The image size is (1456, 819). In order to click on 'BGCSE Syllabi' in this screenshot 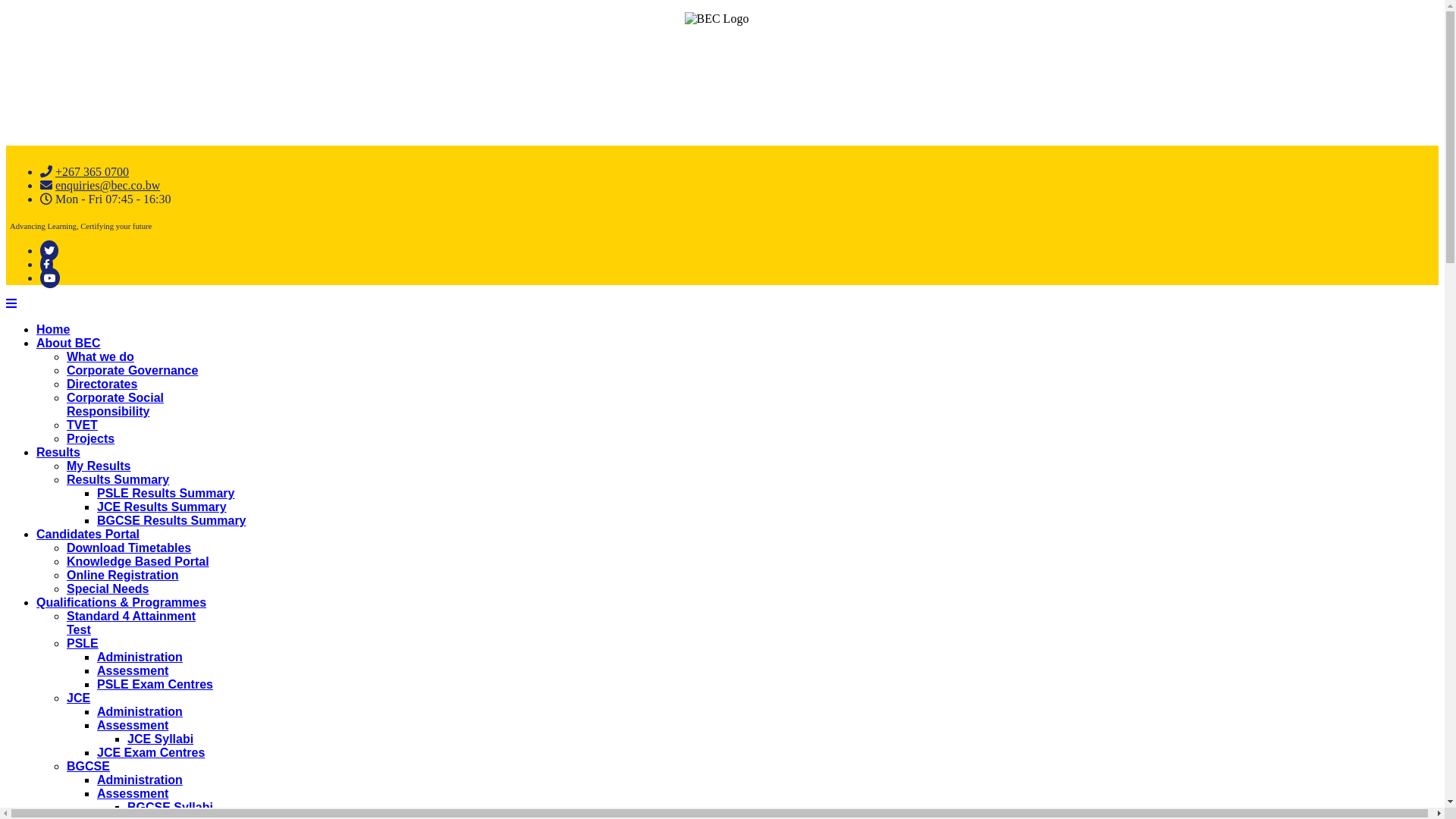, I will do `click(170, 806)`.